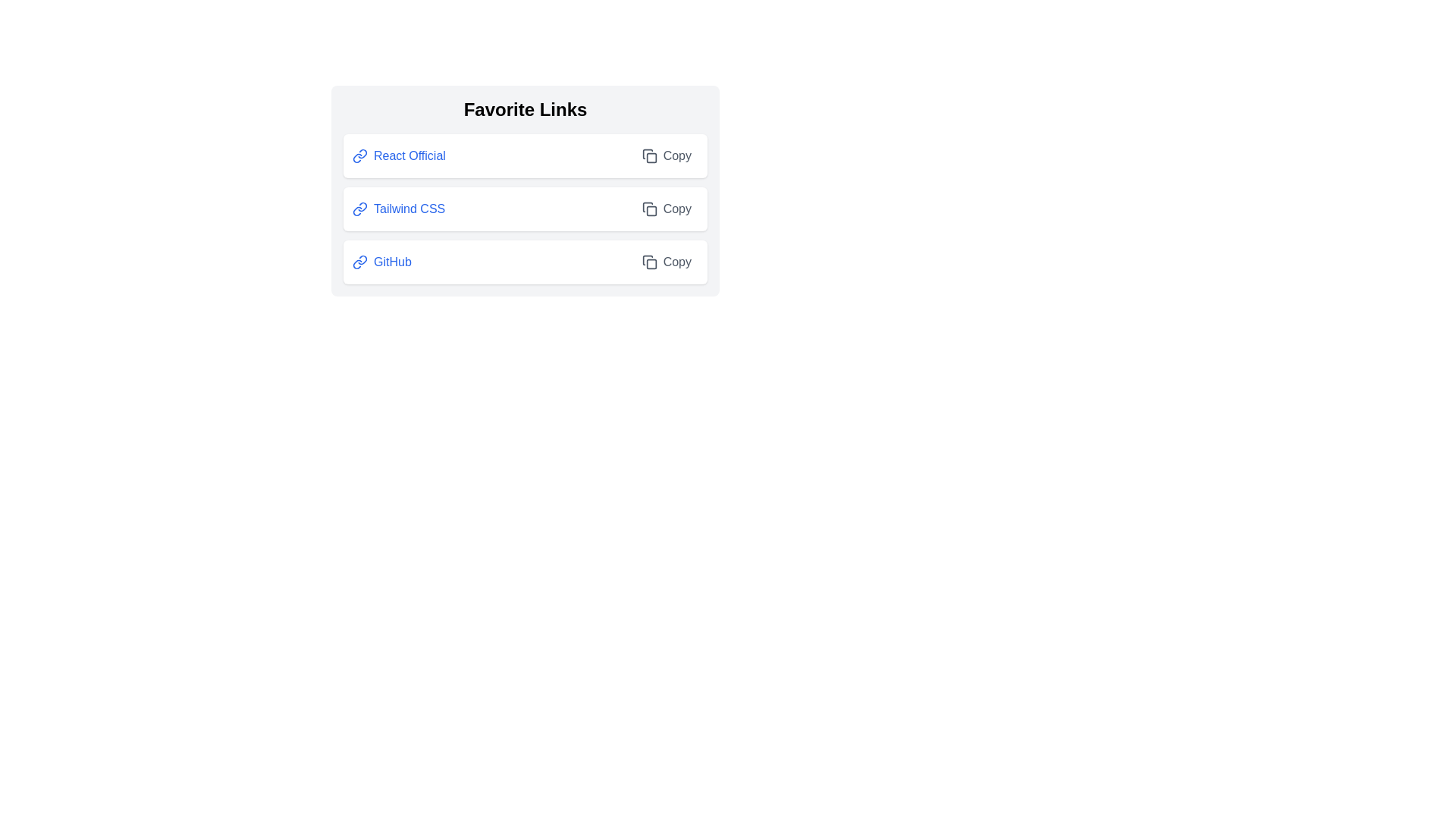 The height and width of the screenshot is (819, 1456). I want to click on the hyperlink located in the first entry of the 'Favorite Links' section, so click(399, 155).